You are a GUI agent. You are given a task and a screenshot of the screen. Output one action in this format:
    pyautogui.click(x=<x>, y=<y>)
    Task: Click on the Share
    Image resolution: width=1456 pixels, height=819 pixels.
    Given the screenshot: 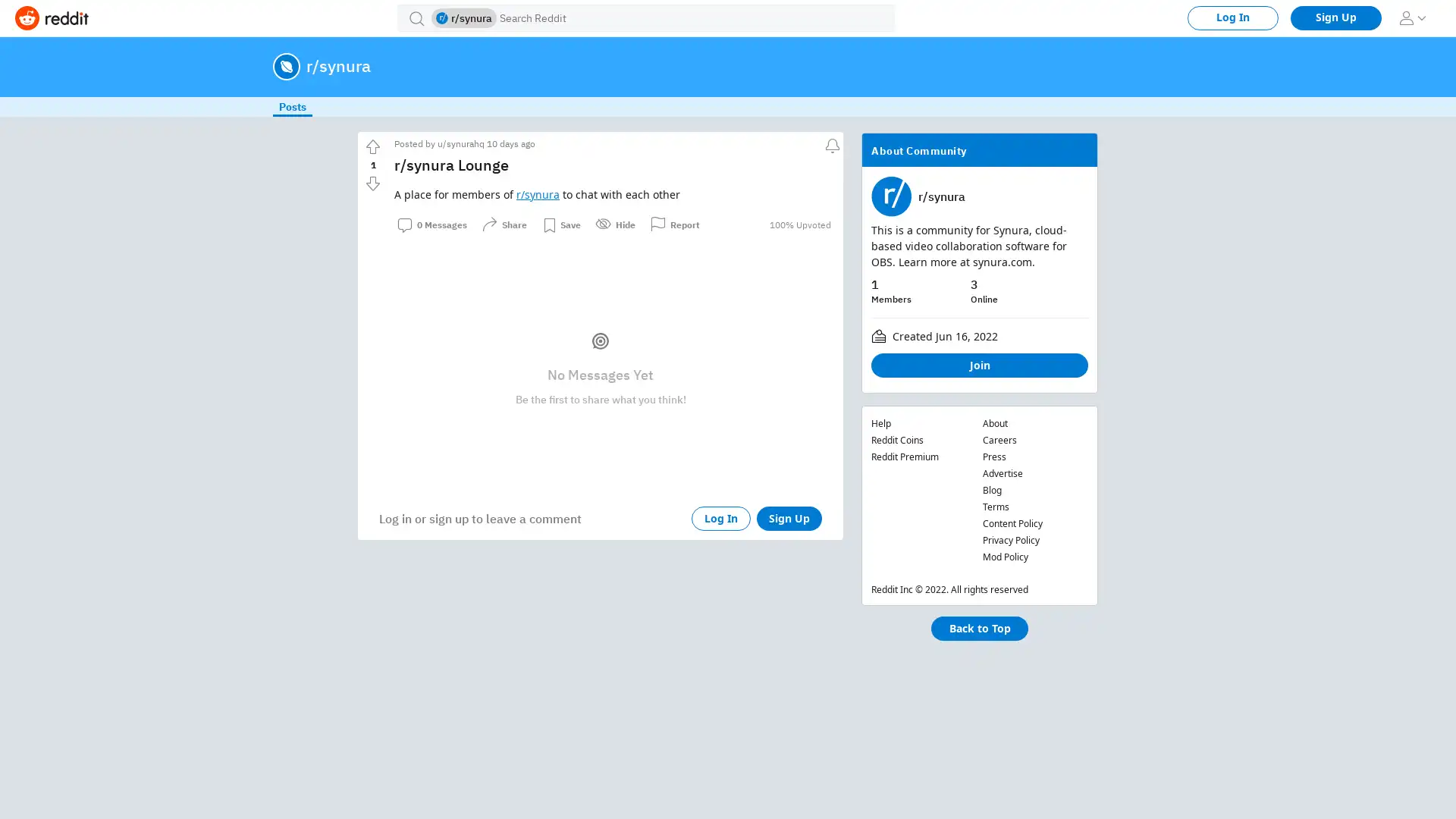 What is the action you would take?
    pyautogui.click(x=504, y=224)
    